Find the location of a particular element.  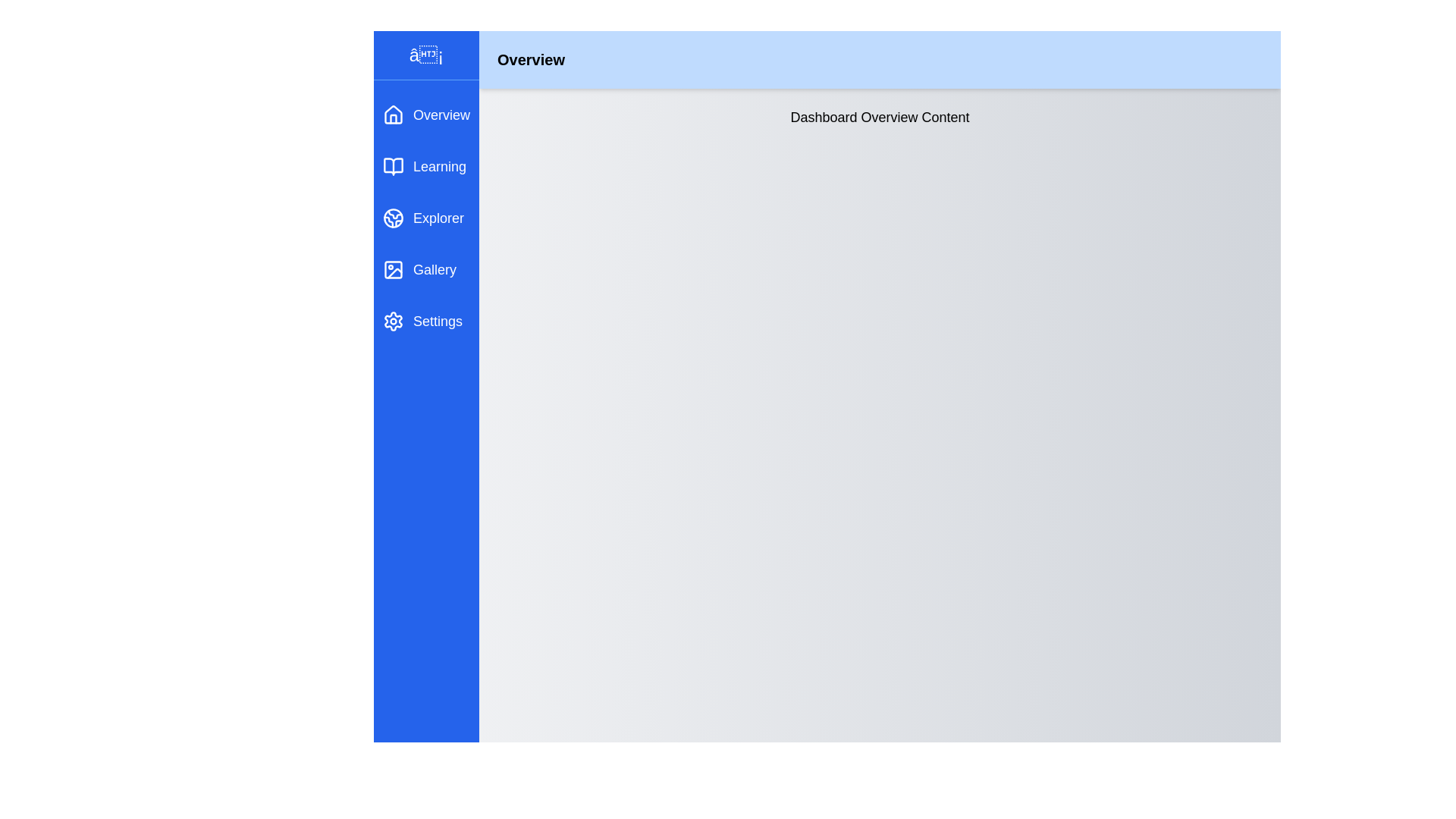

the 'Explorer' text label located in the vertical navigation bar, which is the third interactive list item, positioned below 'Learning' and above 'Gallery' is located at coordinates (438, 218).